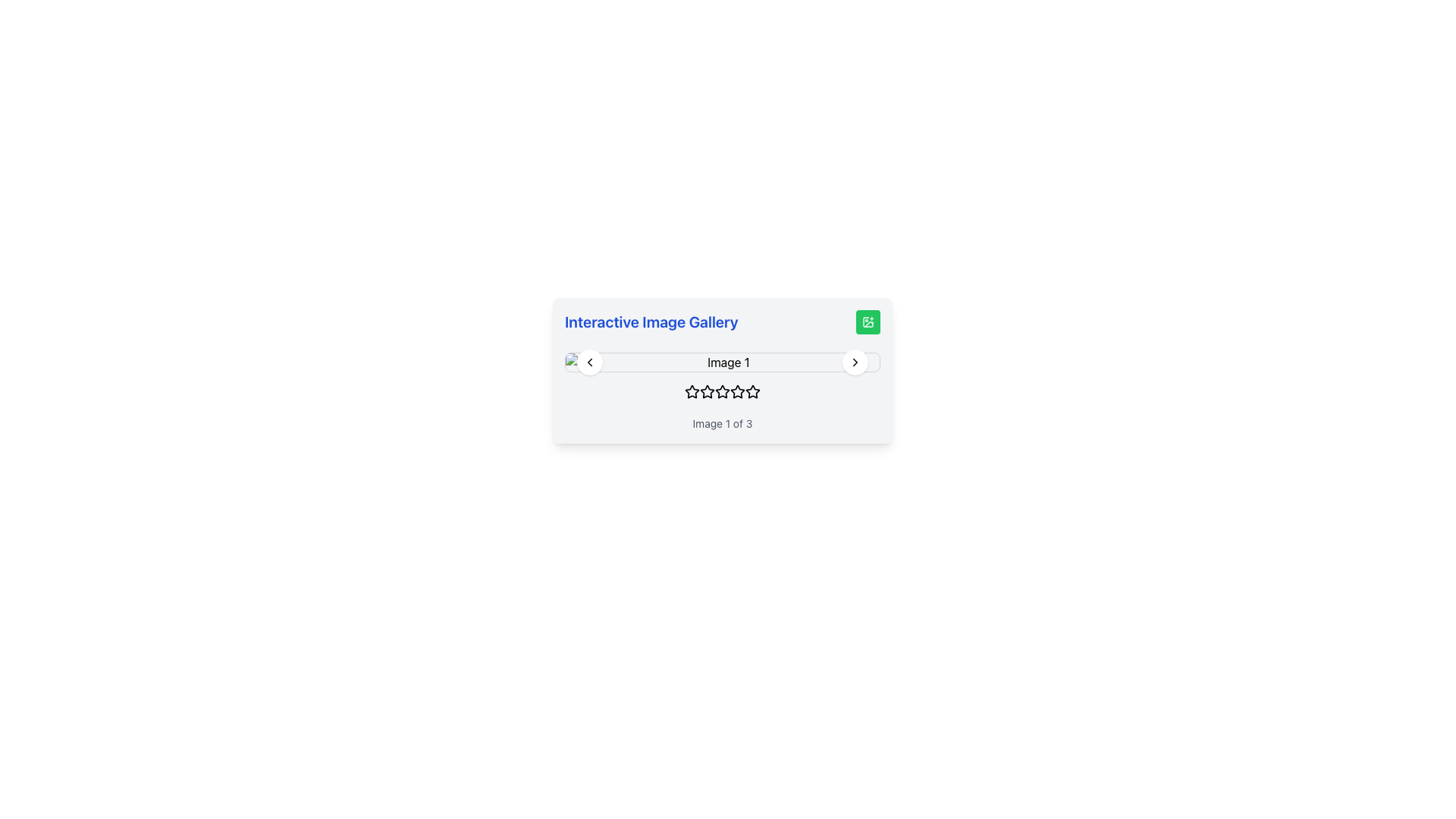  I want to click on the fifth star in the rating mechanism below the title 'Interactive Image Gallery', so click(753, 391).